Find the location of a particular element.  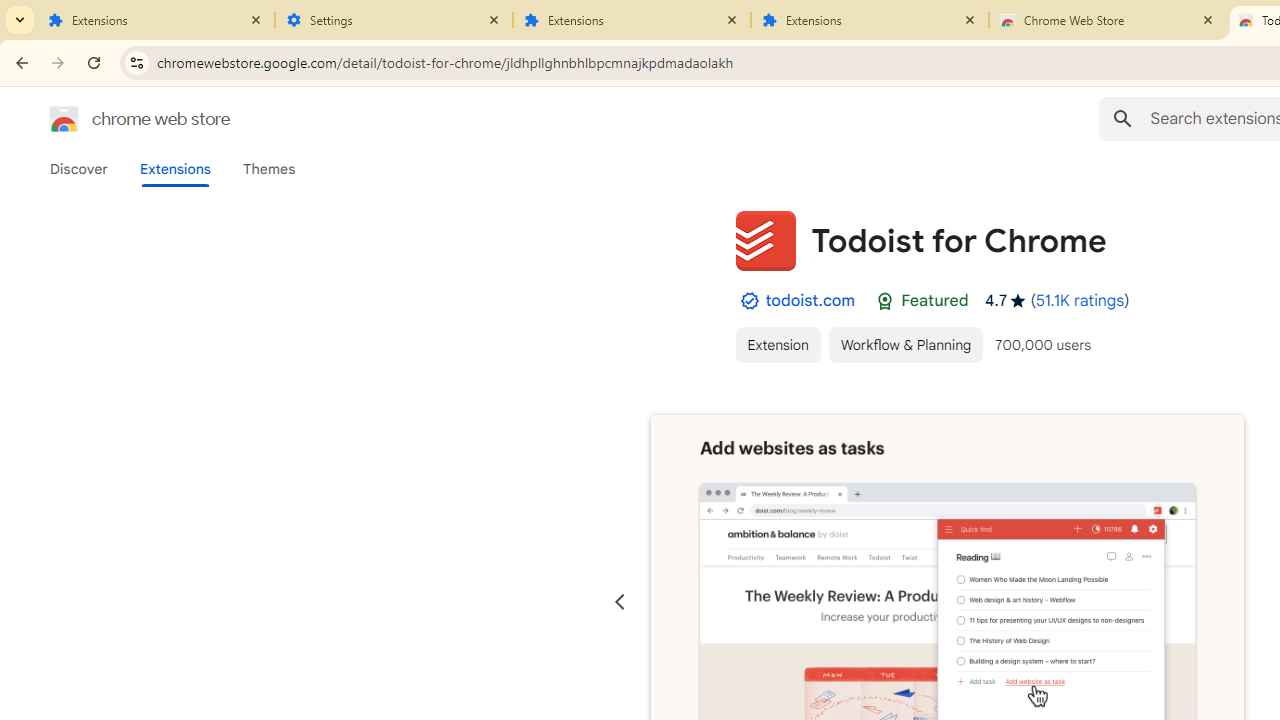

'Extension' is located at coordinates (776, 343).